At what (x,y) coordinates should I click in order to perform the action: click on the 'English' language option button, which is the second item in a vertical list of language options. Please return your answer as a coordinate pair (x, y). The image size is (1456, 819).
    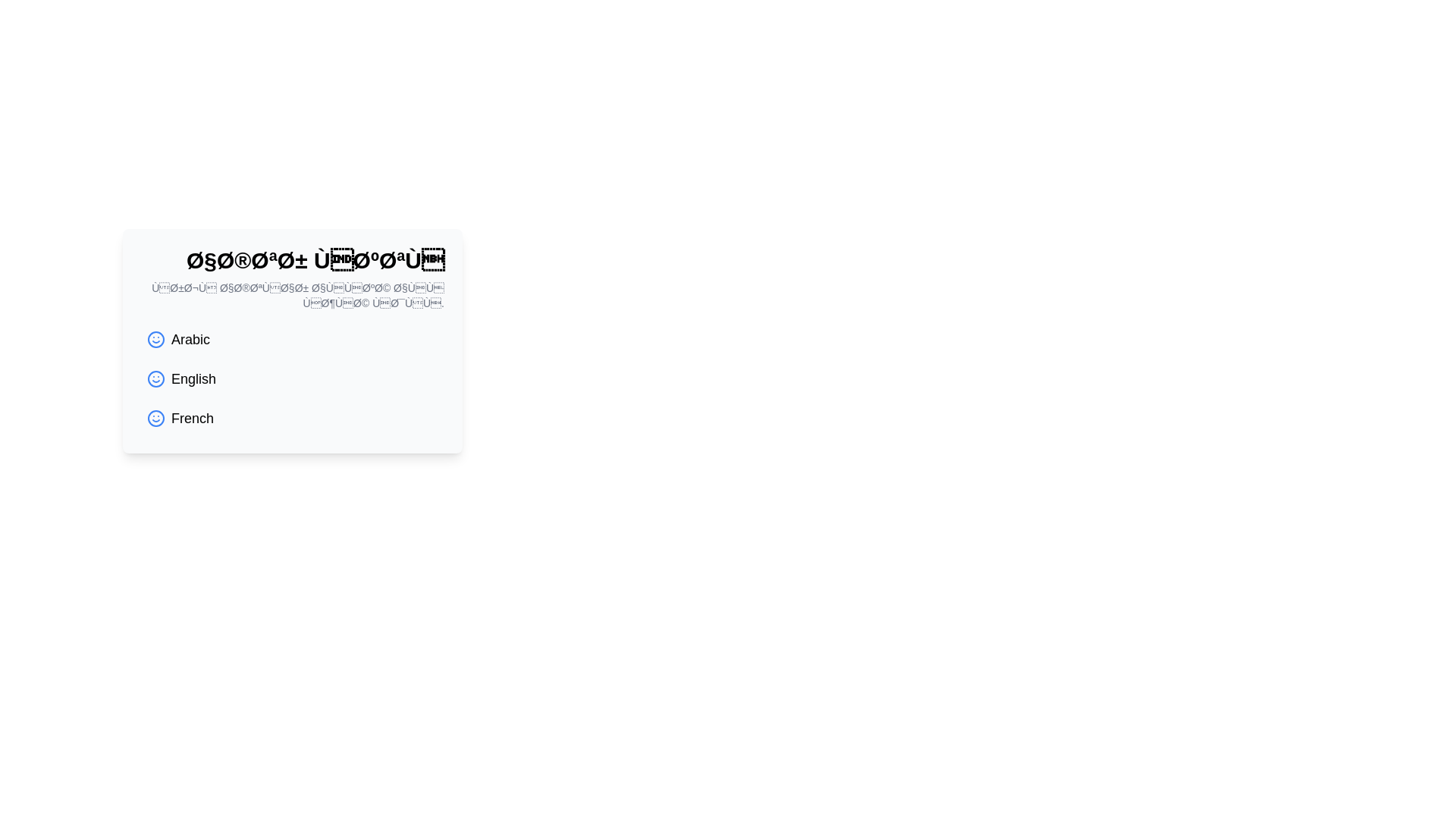
    Looking at the image, I should click on (292, 378).